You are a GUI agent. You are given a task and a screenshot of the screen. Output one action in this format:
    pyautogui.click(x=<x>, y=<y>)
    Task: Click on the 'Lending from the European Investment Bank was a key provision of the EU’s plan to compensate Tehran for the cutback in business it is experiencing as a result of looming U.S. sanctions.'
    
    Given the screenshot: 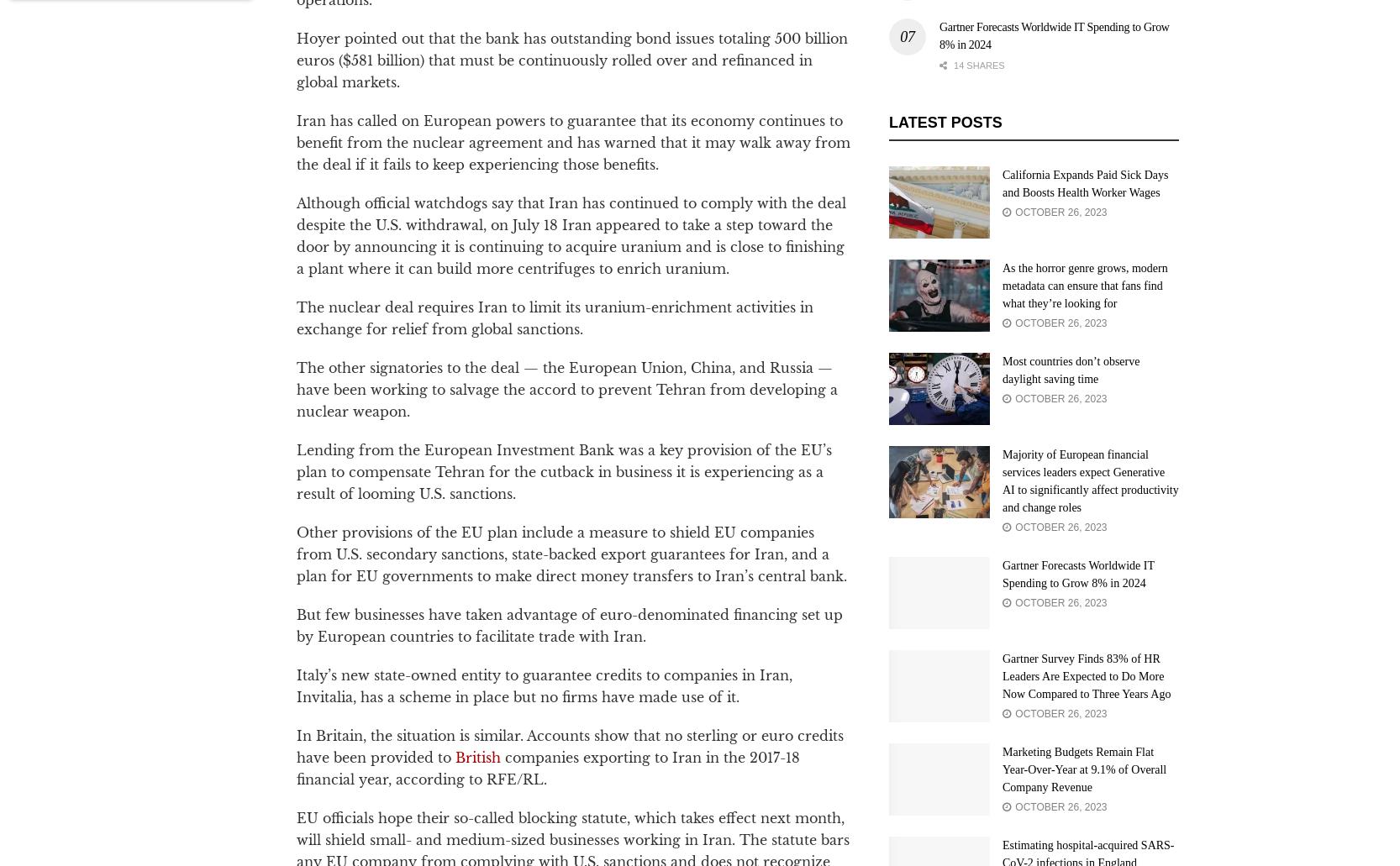 What is the action you would take?
    pyautogui.click(x=563, y=470)
    